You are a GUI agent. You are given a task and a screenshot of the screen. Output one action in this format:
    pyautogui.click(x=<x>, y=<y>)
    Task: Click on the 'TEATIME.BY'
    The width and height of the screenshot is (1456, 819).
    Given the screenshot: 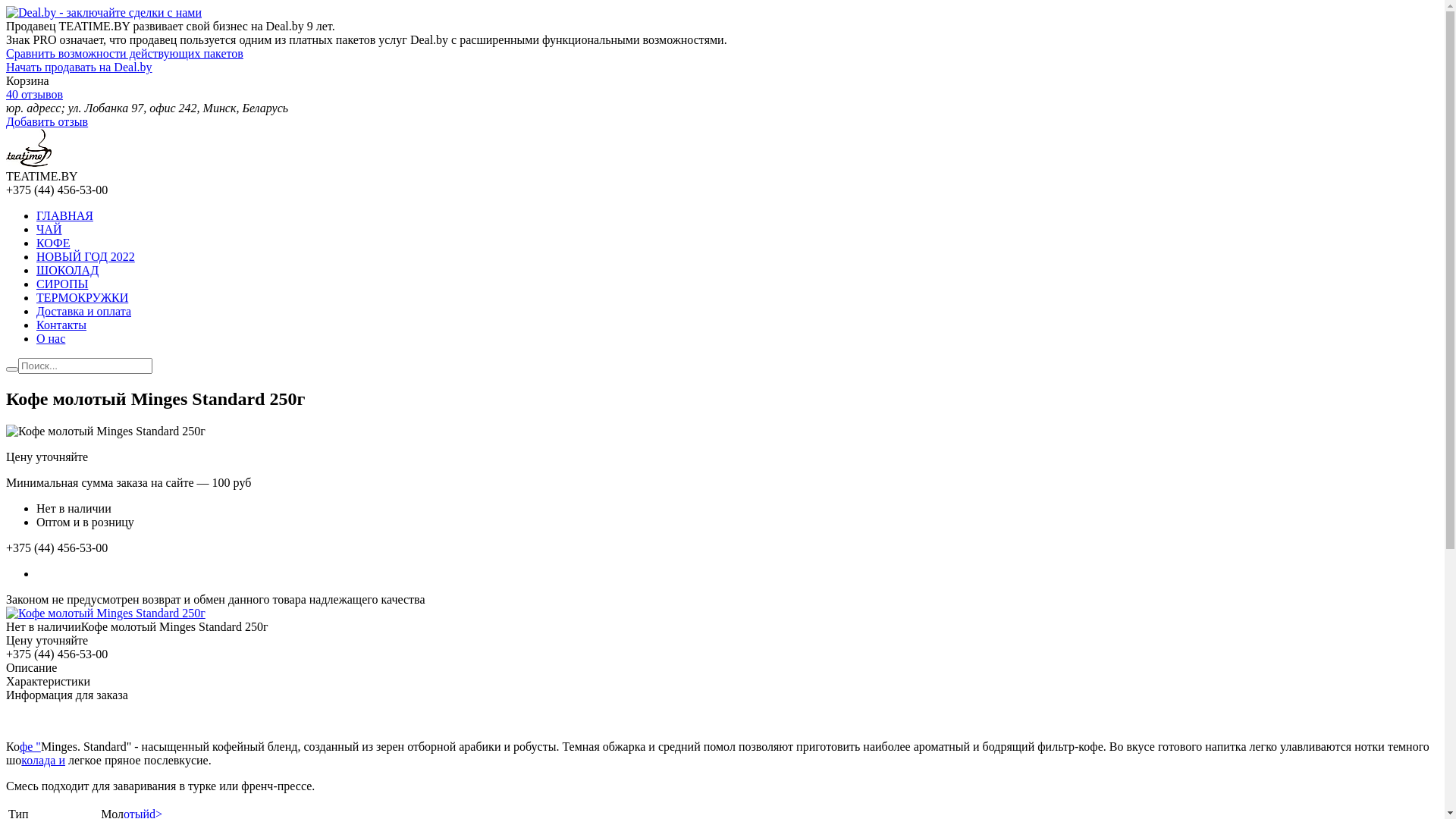 What is the action you would take?
    pyautogui.click(x=29, y=162)
    